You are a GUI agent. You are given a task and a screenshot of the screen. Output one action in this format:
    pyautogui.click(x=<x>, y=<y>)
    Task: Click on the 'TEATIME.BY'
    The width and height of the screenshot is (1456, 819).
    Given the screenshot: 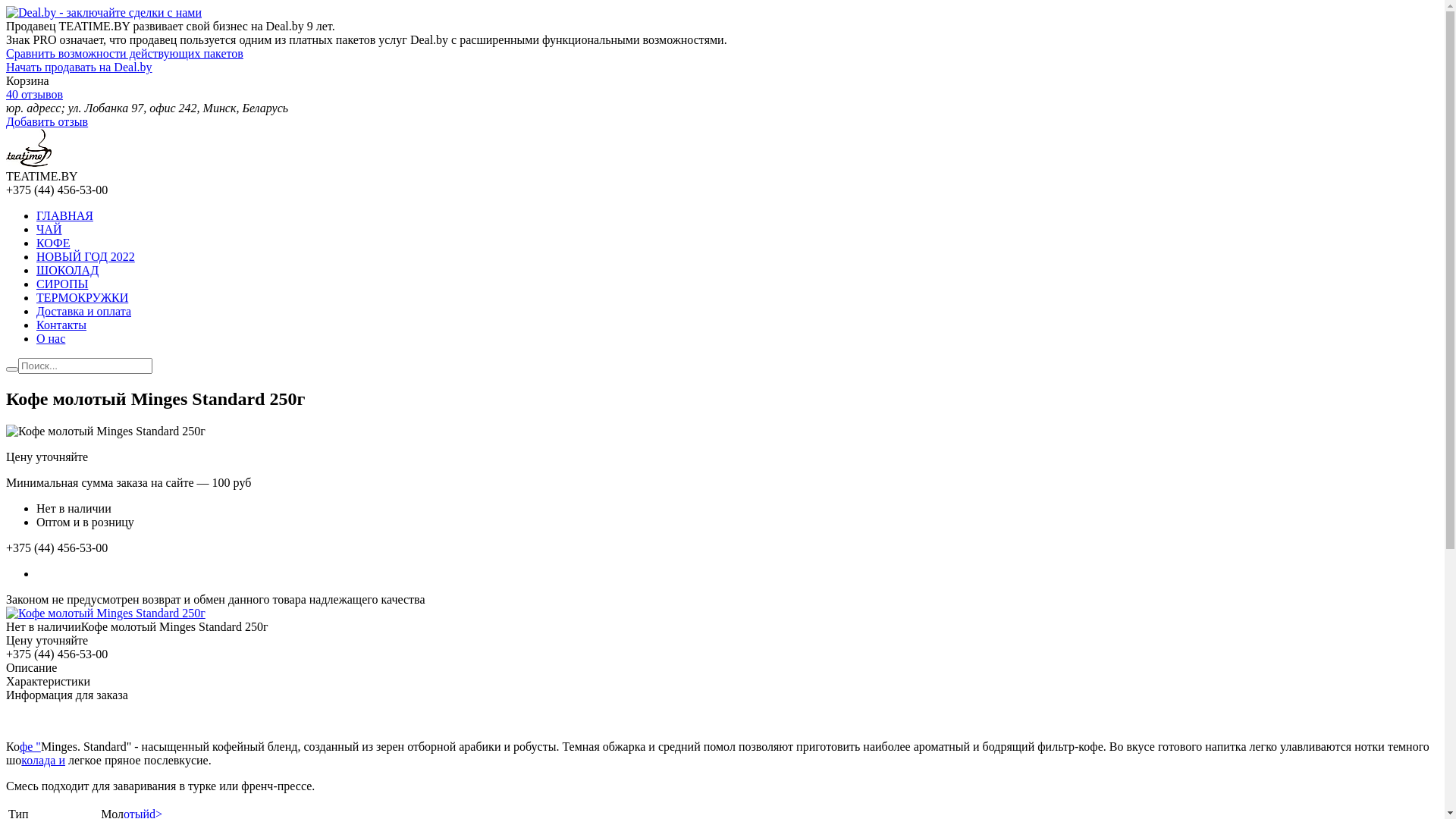 What is the action you would take?
    pyautogui.click(x=29, y=162)
    